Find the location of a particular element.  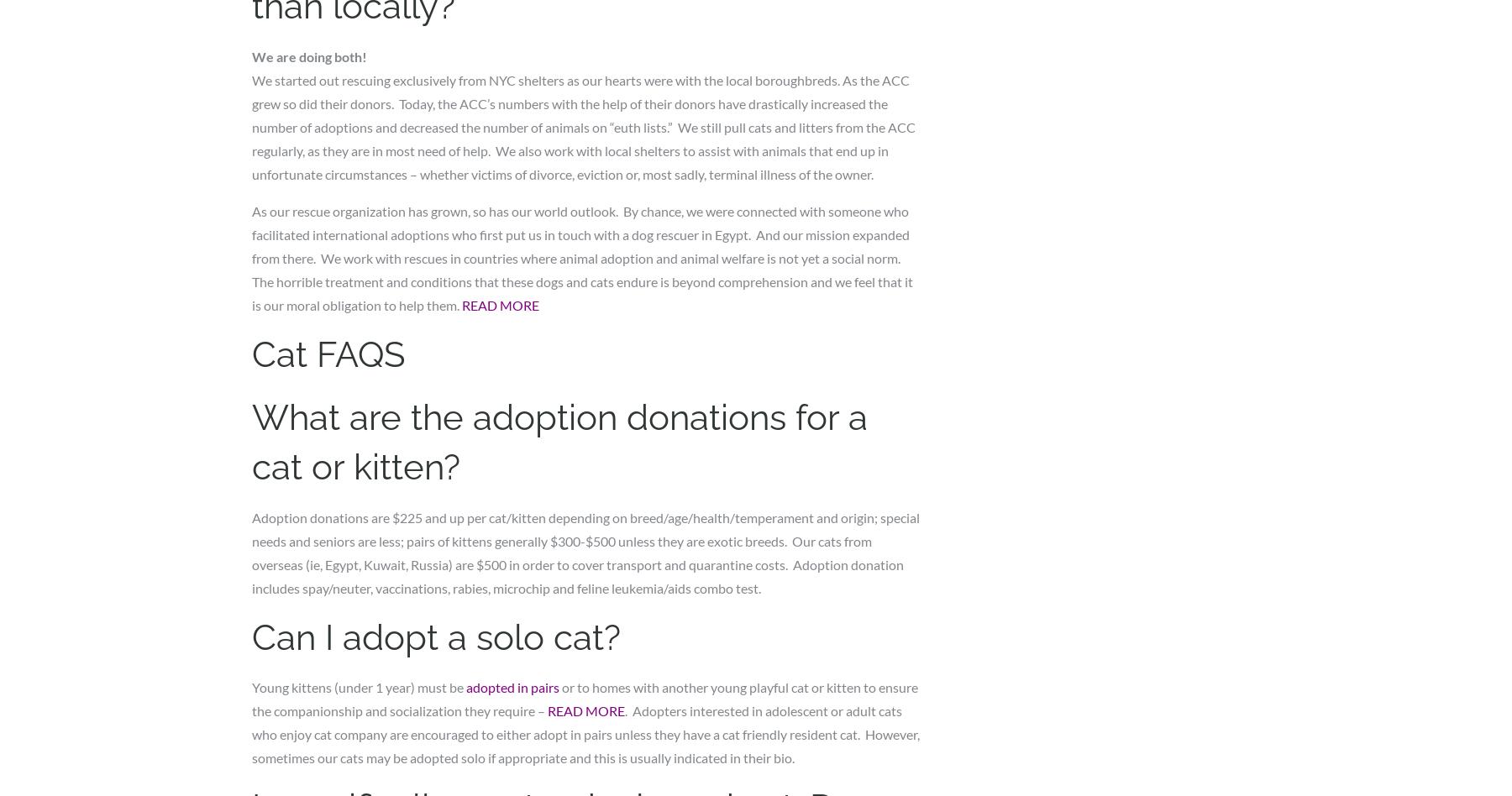

'or to homes with another young playful cat or kitten to ensure the companionship and socialization they require –' is located at coordinates (584, 698).